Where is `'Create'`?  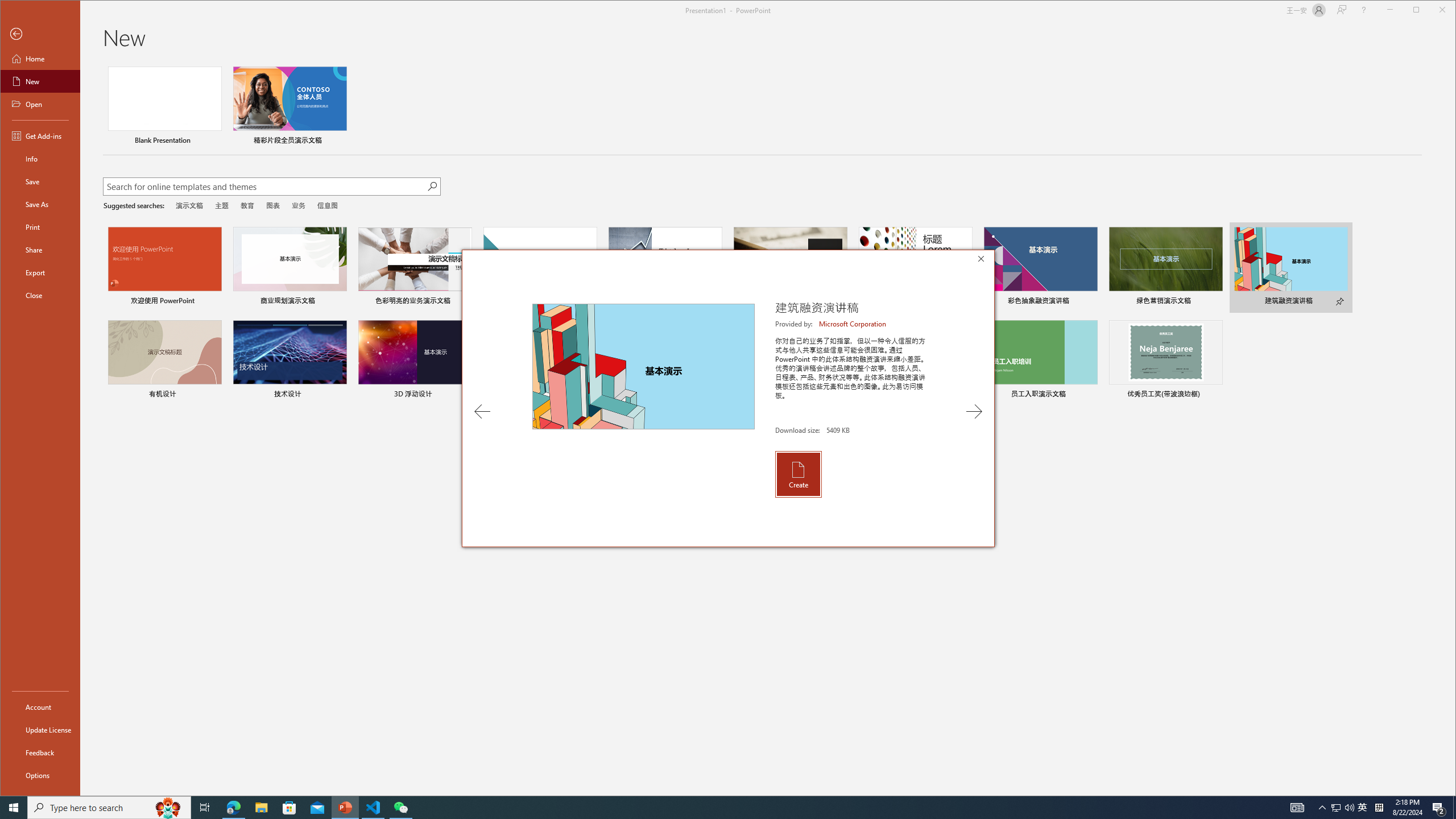
'Create' is located at coordinates (797, 474).